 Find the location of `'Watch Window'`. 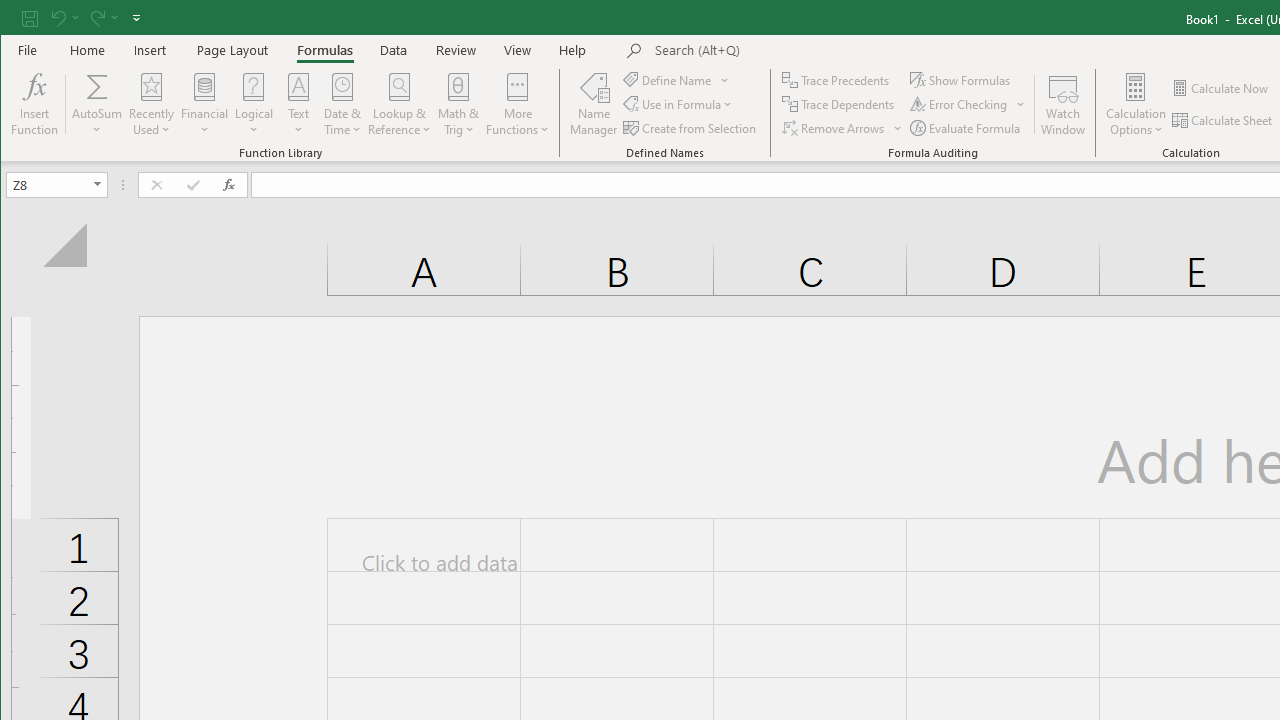

'Watch Window' is located at coordinates (1062, 104).